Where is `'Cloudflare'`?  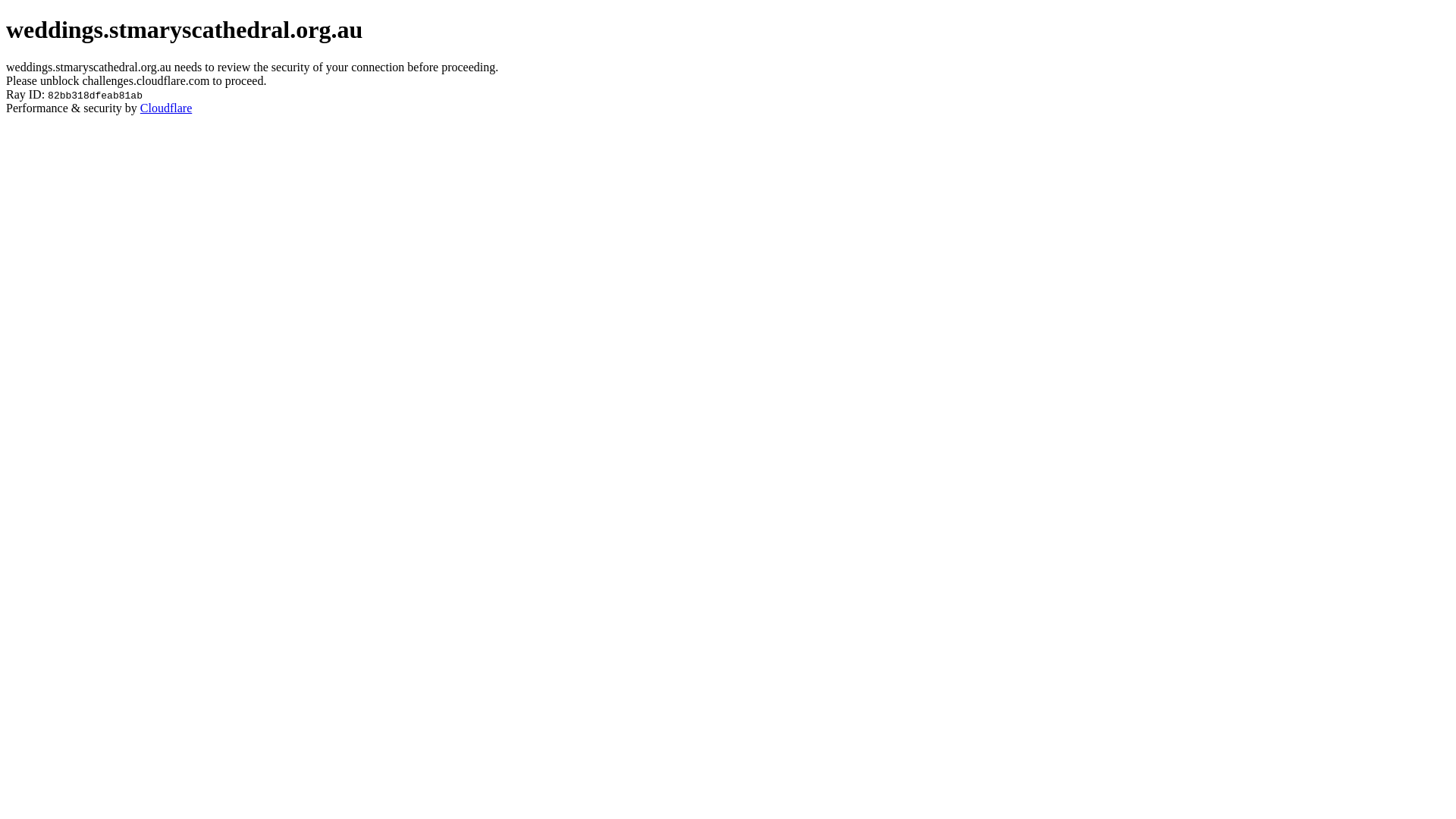 'Cloudflare' is located at coordinates (166, 107).